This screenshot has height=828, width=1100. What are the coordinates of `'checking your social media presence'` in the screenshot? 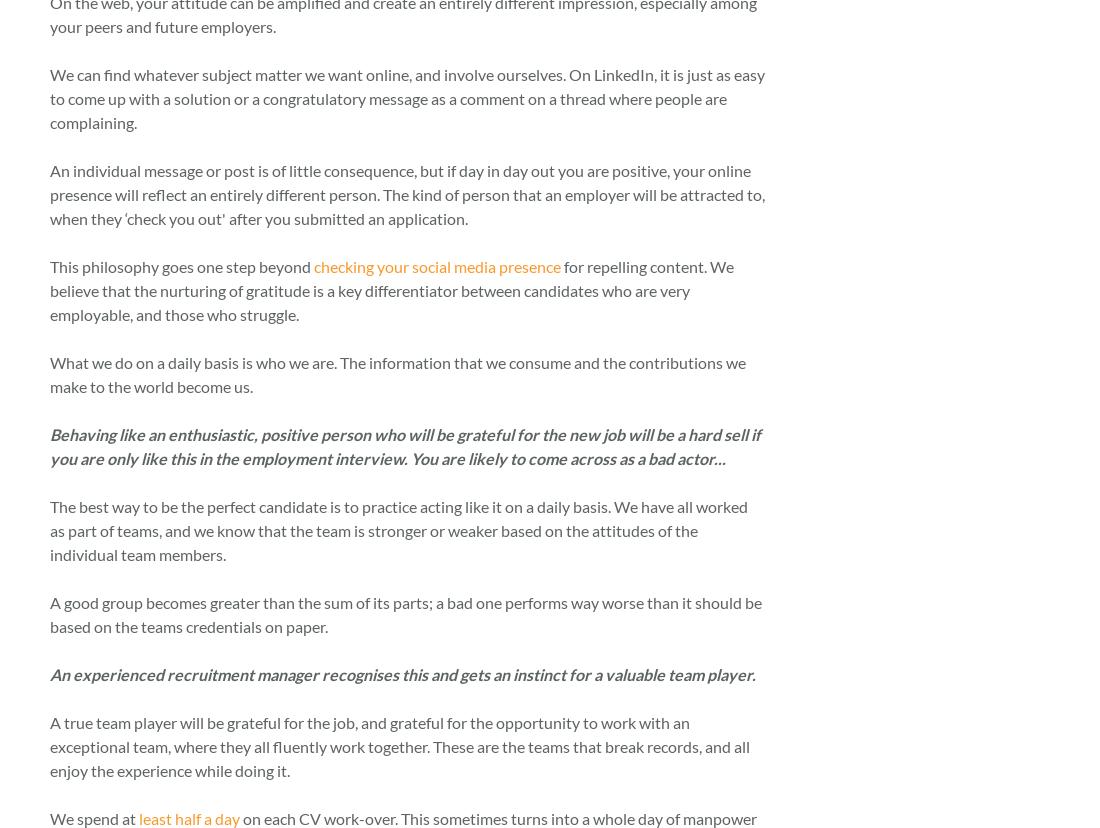 It's located at (436, 264).